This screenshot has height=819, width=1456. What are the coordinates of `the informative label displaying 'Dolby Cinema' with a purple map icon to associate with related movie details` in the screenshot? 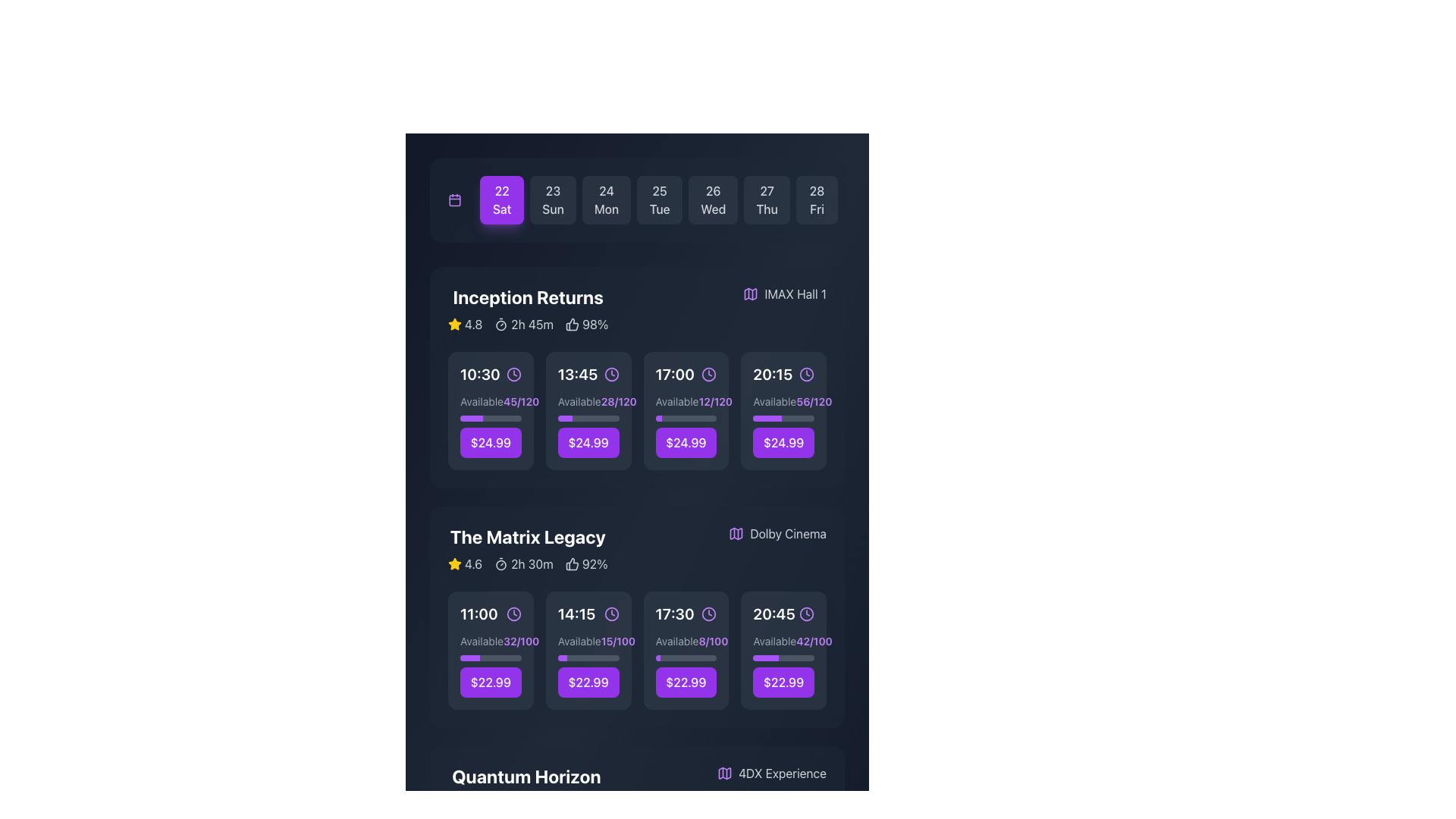 It's located at (777, 533).